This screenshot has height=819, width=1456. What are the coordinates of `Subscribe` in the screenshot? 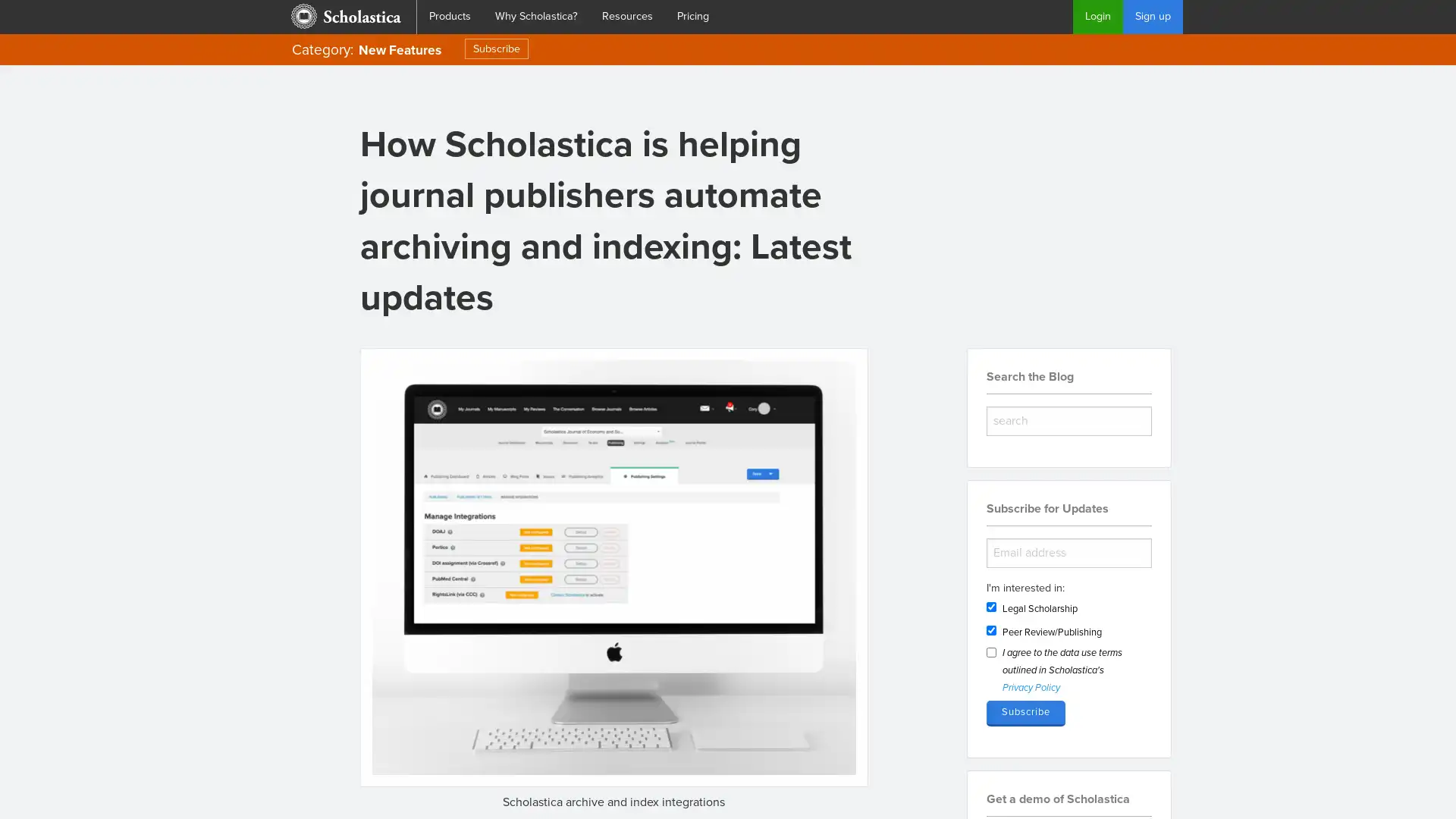 It's located at (1026, 713).